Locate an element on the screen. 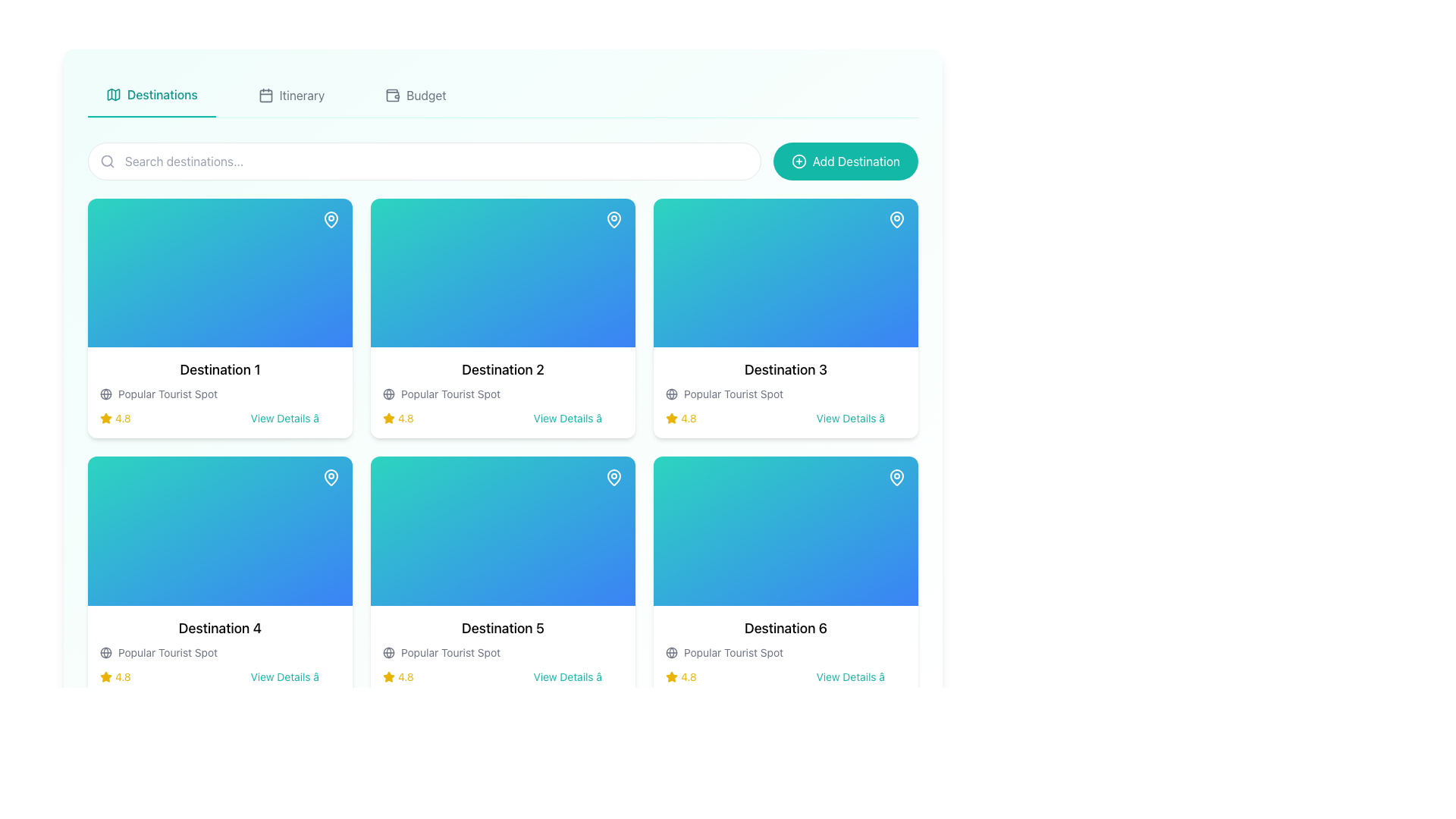 The width and height of the screenshot is (1456, 819). the Icon located at the top-right corner of the card labeled 'Destination 2', which serves as a visual indicator for marking a location or hinting at geographic context is located at coordinates (614, 219).